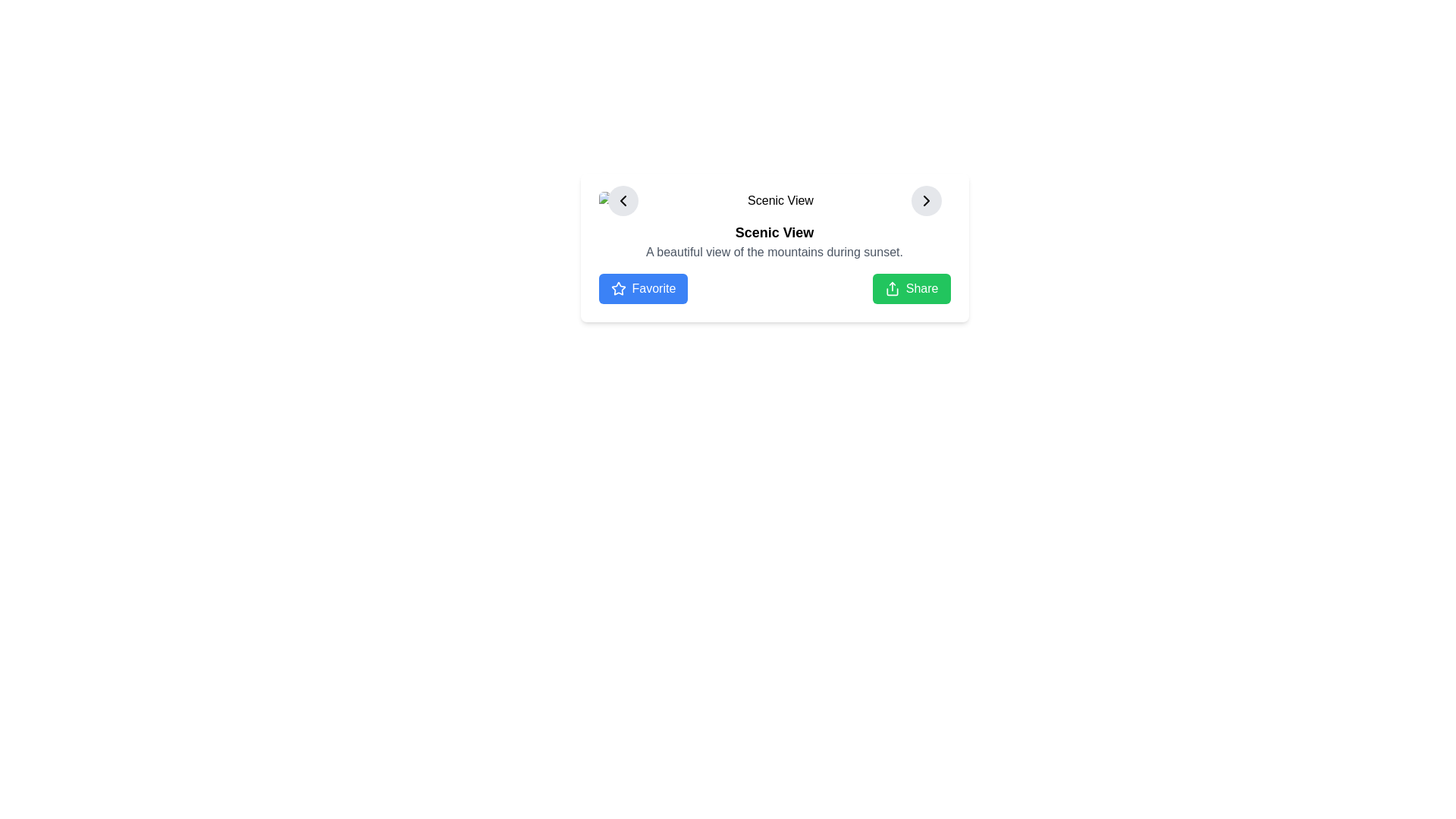 The width and height of the screenshot is (1456, 819). I want to click on the navigation icon located in the top right corner of the card interface, so click(925, 200).